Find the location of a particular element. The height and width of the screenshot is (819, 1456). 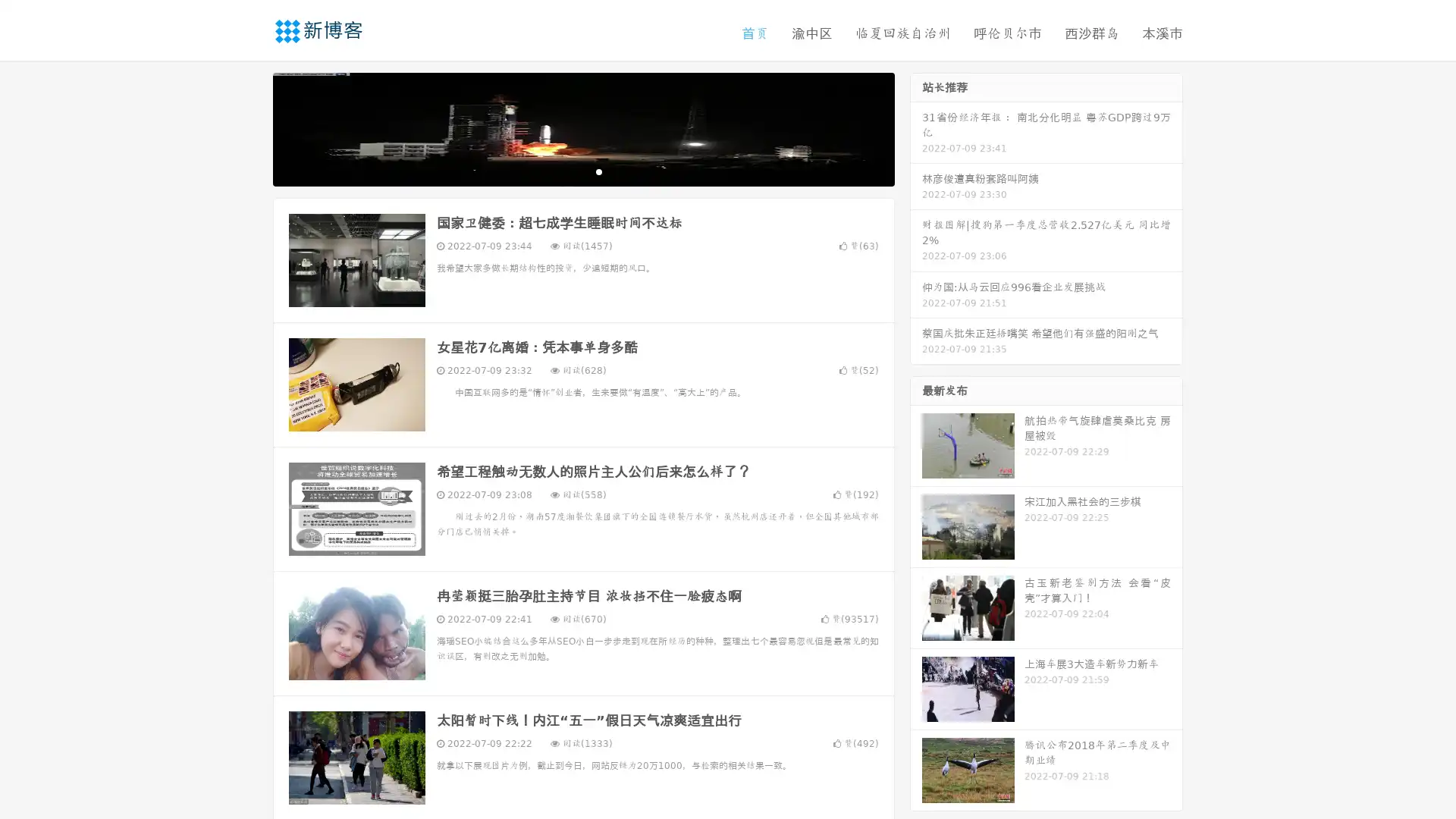

Go to slide 2 is located at coordinates (582, 171).